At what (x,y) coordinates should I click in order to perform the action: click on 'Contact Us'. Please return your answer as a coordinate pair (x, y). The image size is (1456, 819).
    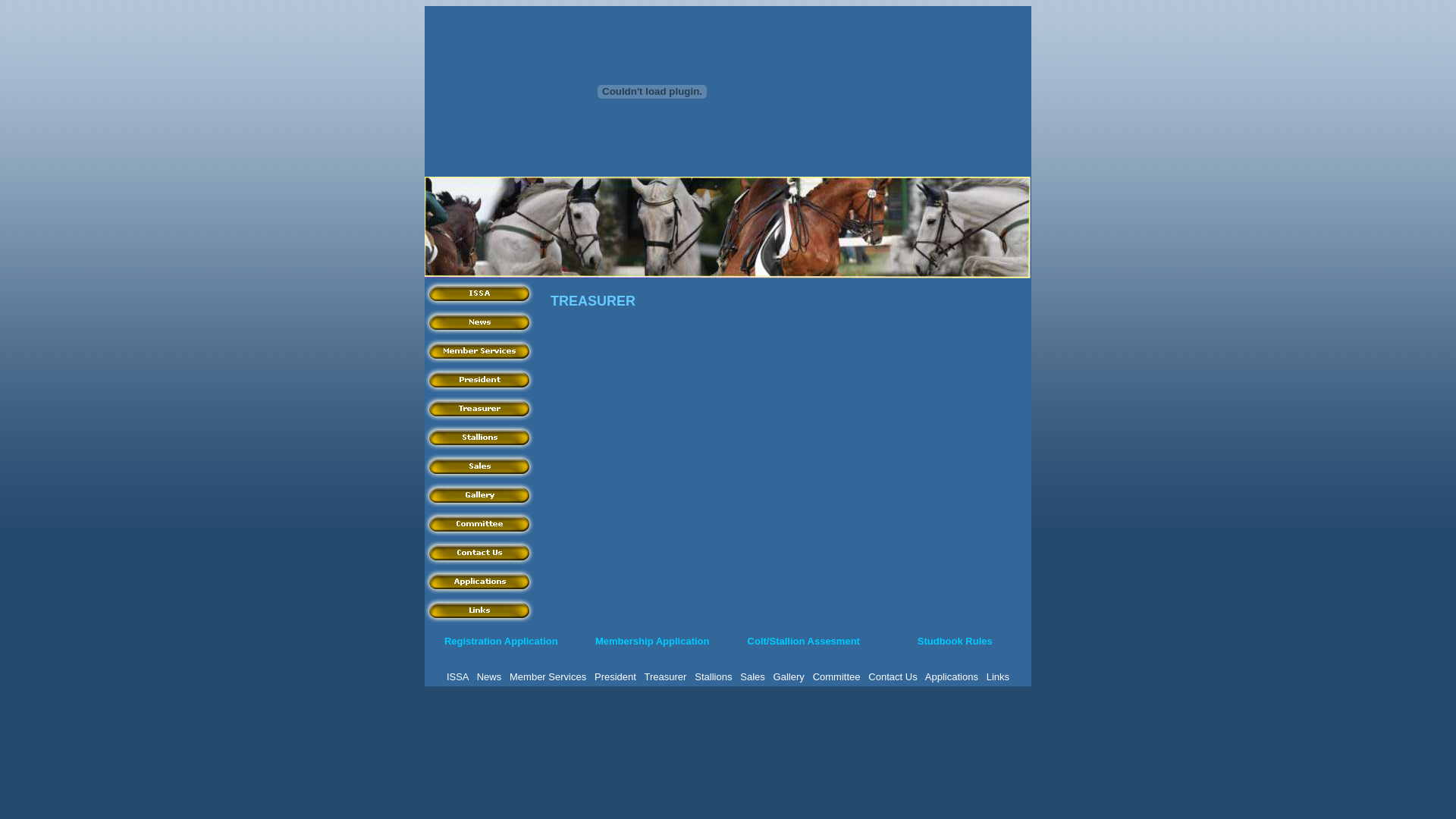
    Looking at the image, I should click on (479, 552).